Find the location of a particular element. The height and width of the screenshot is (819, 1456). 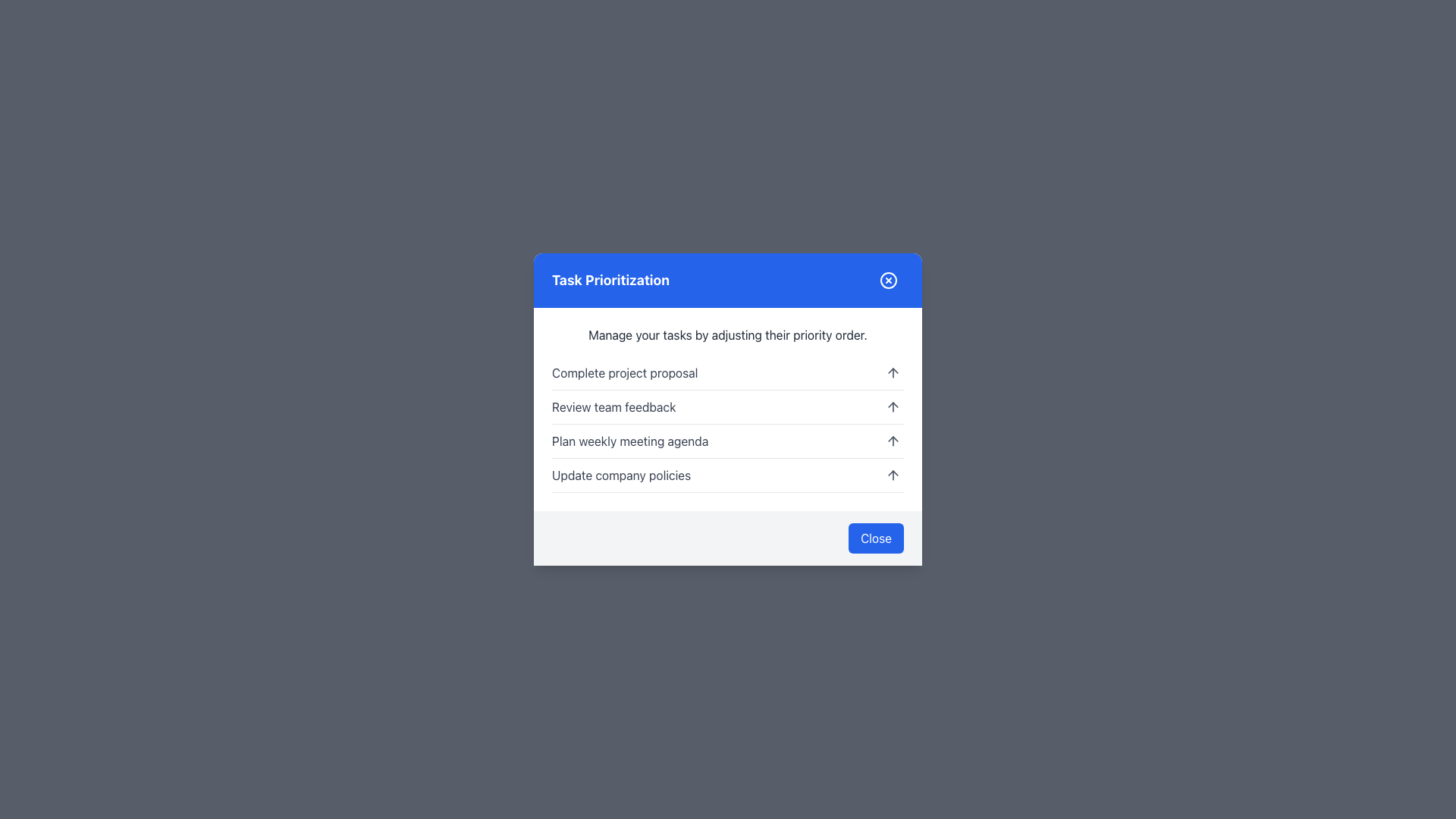

the upward-facing arrow button next to 'Complete project proposal' is located at coordinates (893, 373).